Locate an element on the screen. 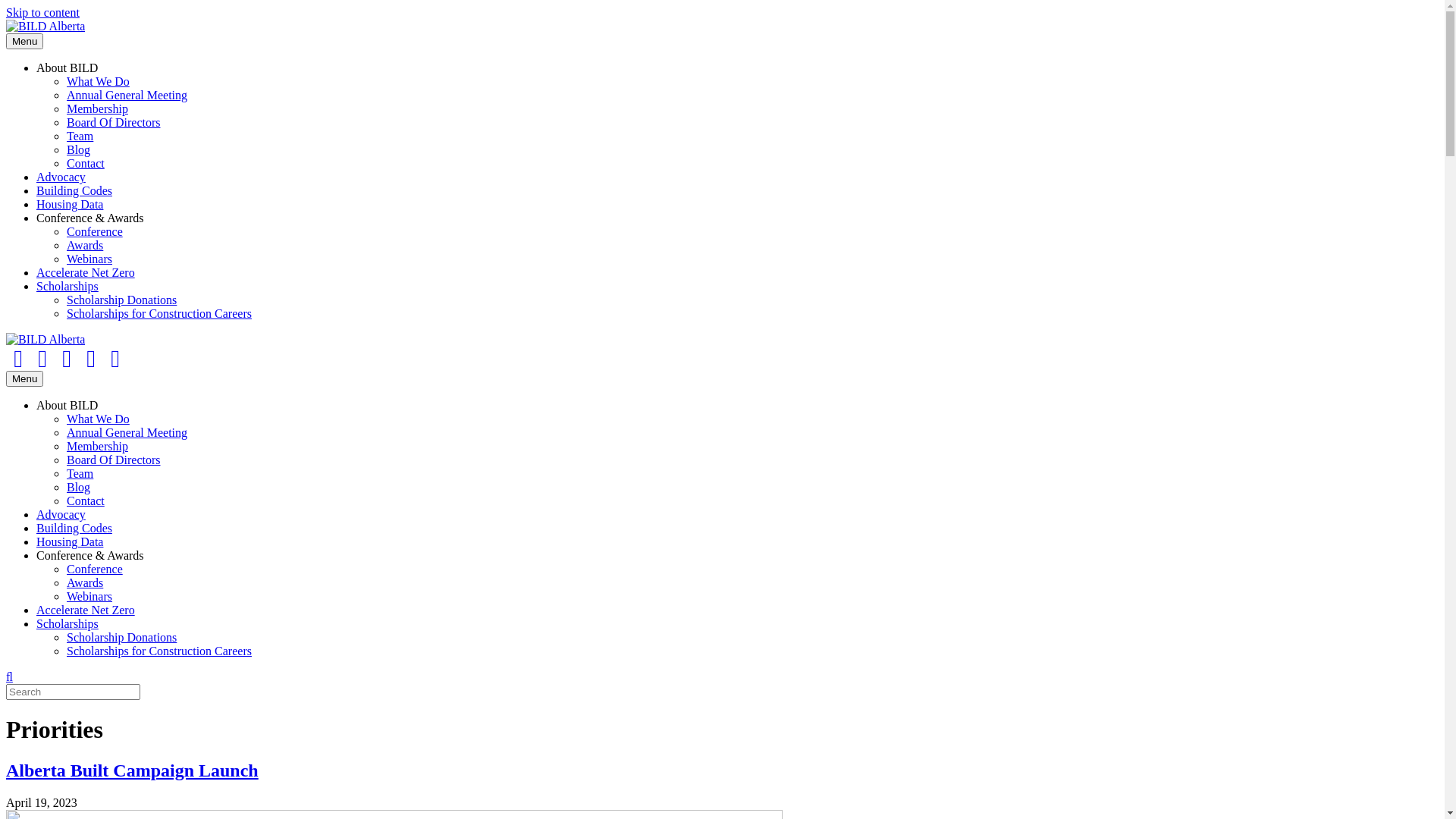 This screenshot has height=819, width=1456. 'Menu' is located at coordinates (24, 40).